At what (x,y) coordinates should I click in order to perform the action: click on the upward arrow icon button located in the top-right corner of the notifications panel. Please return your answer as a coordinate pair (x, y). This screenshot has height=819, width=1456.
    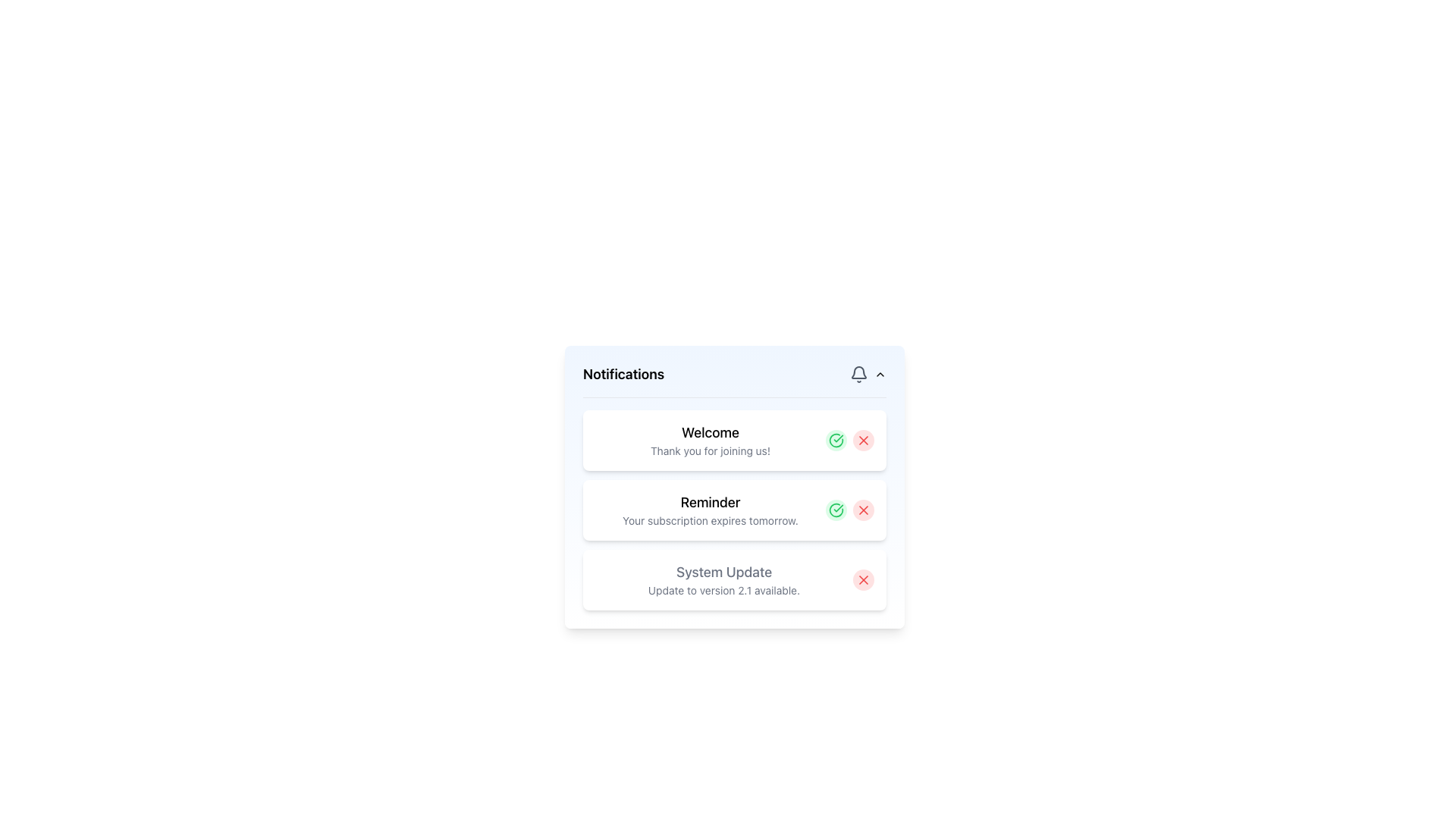
    Looking at the image, I should click on (880, 374).